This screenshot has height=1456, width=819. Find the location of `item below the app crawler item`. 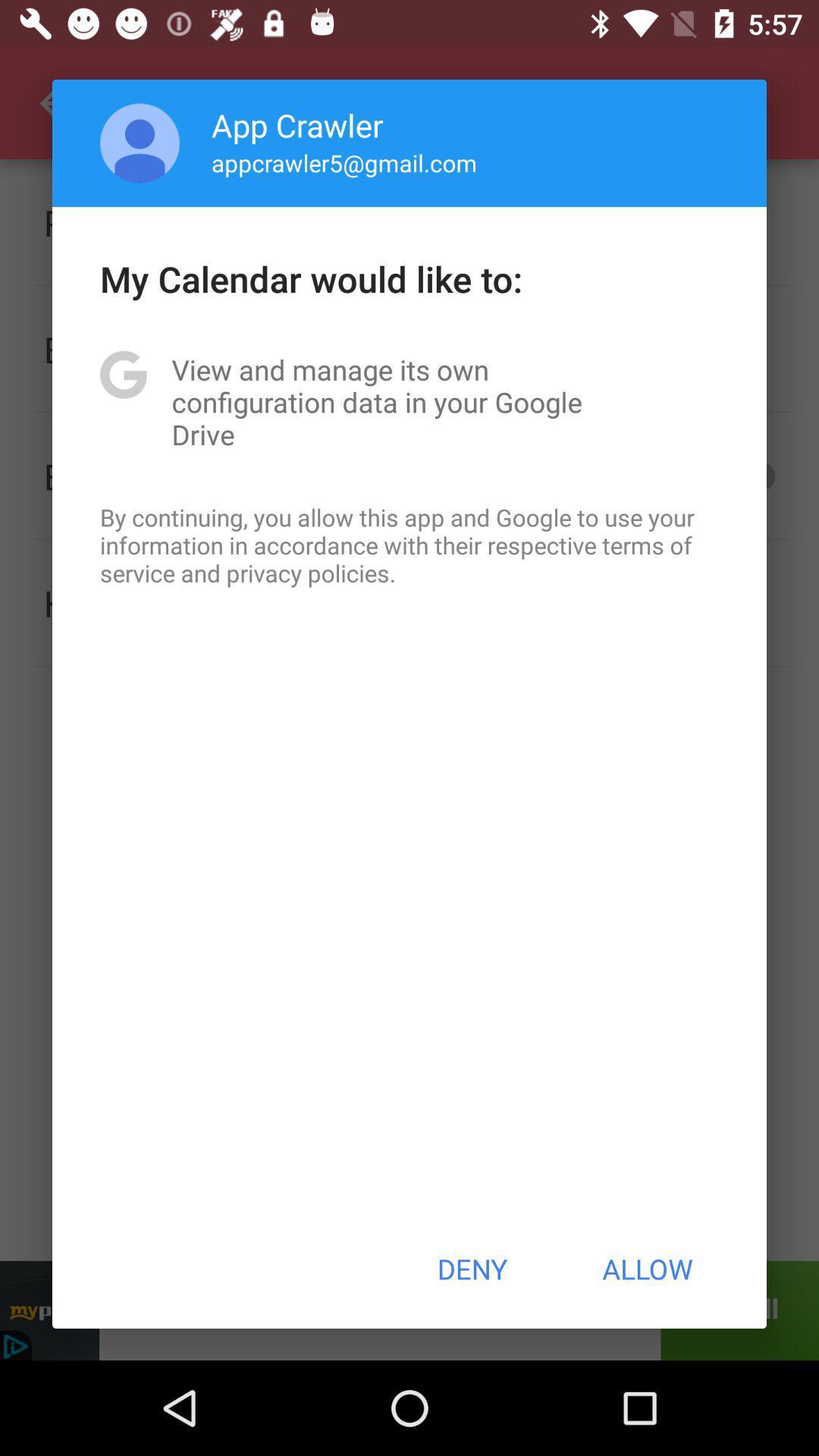

item below the app crawler item is located at coordinates (344, 162).